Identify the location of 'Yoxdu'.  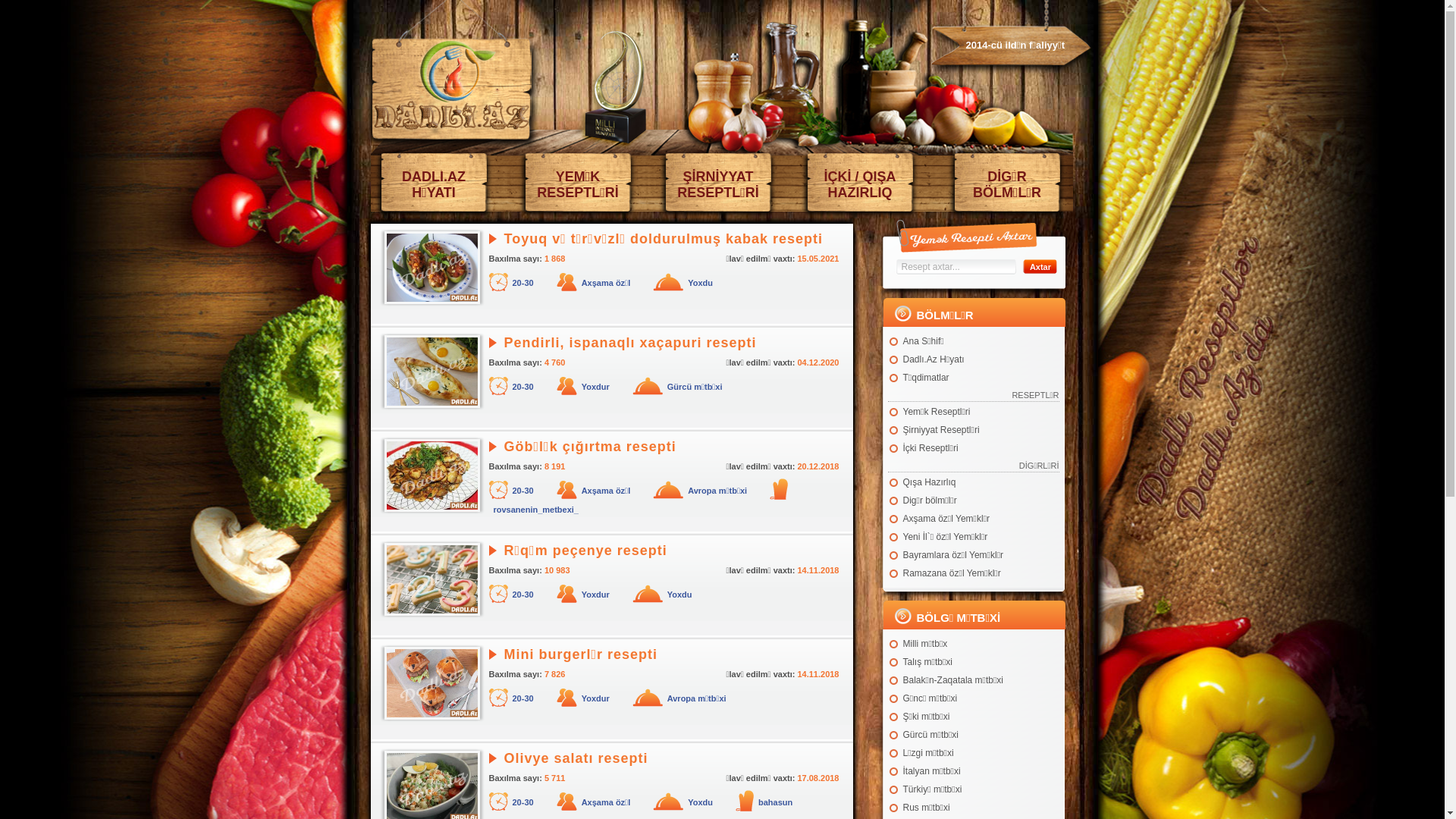
(687, 283).